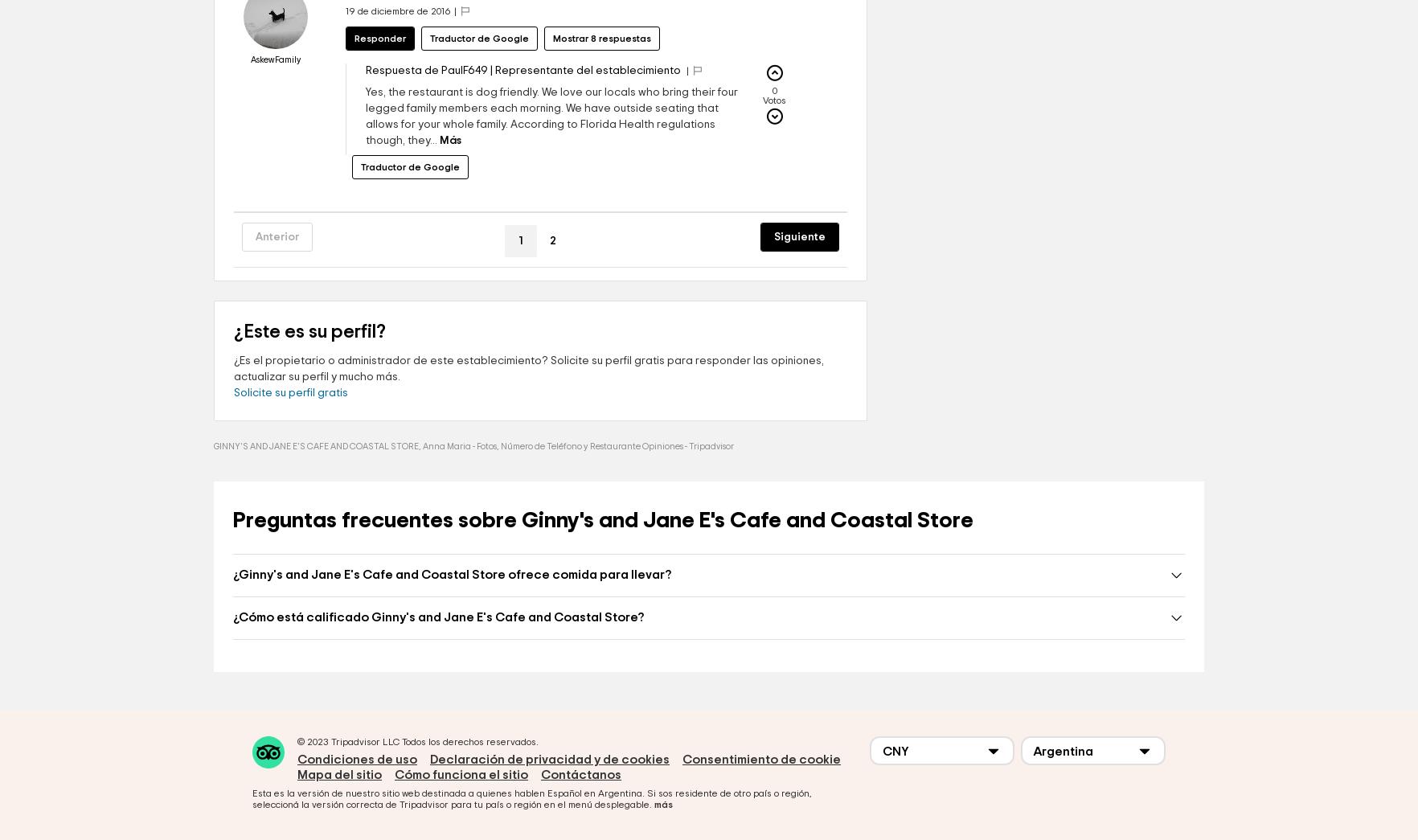  What do you see at coordinates (473, 494) in the screenshot?
I see `'GINNY'S AND JANE E'S CAFE AND COASTAL STORE, Anna Maria - Fotos, Número de Teléfono y Restaurante Opiniones - Tripadvisor'` at bounding box center [473, 494].